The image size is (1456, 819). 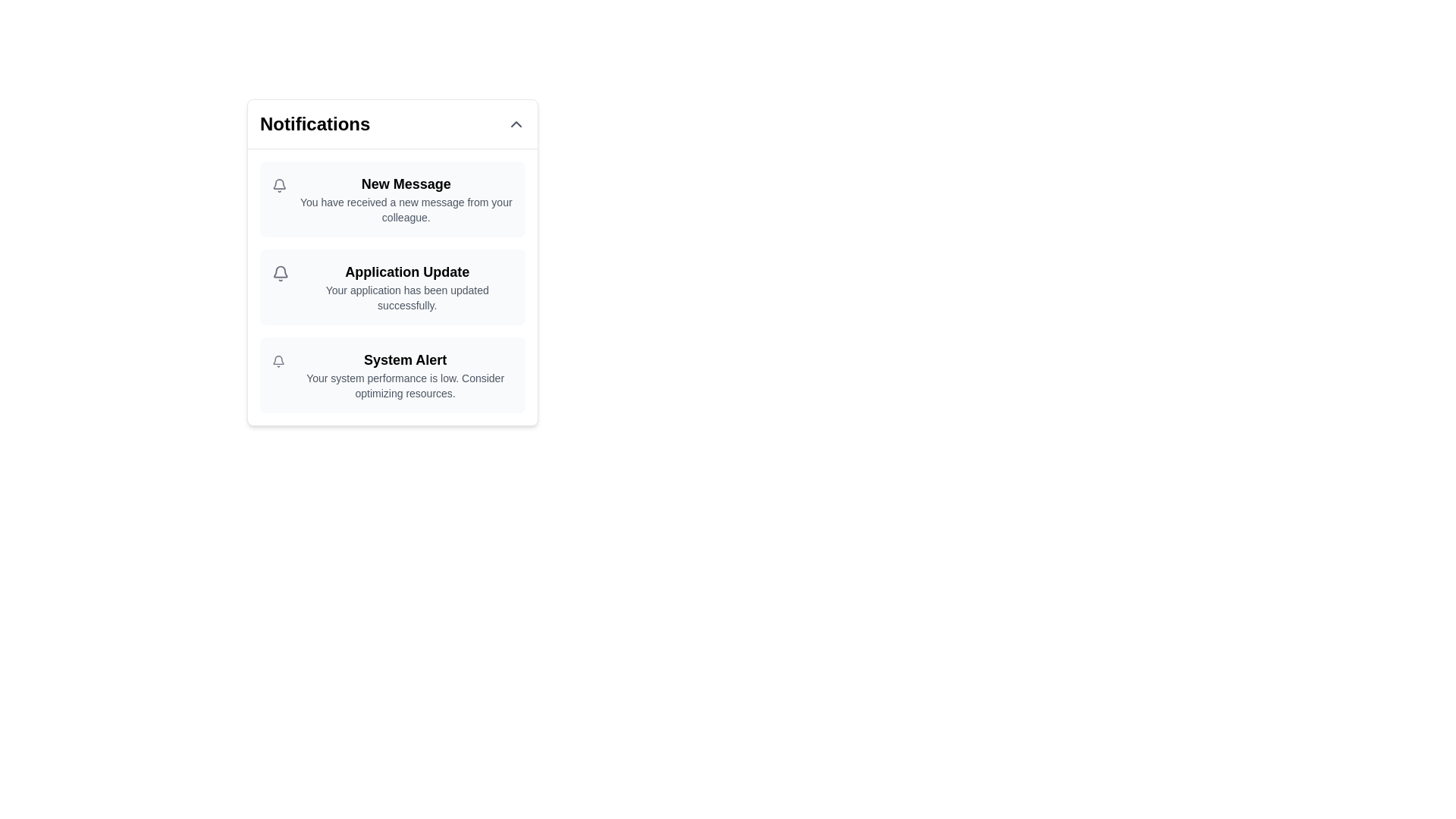 I want to click on the 'System Alert' notification card using keyboard navigation, so click(x=393, y=375).